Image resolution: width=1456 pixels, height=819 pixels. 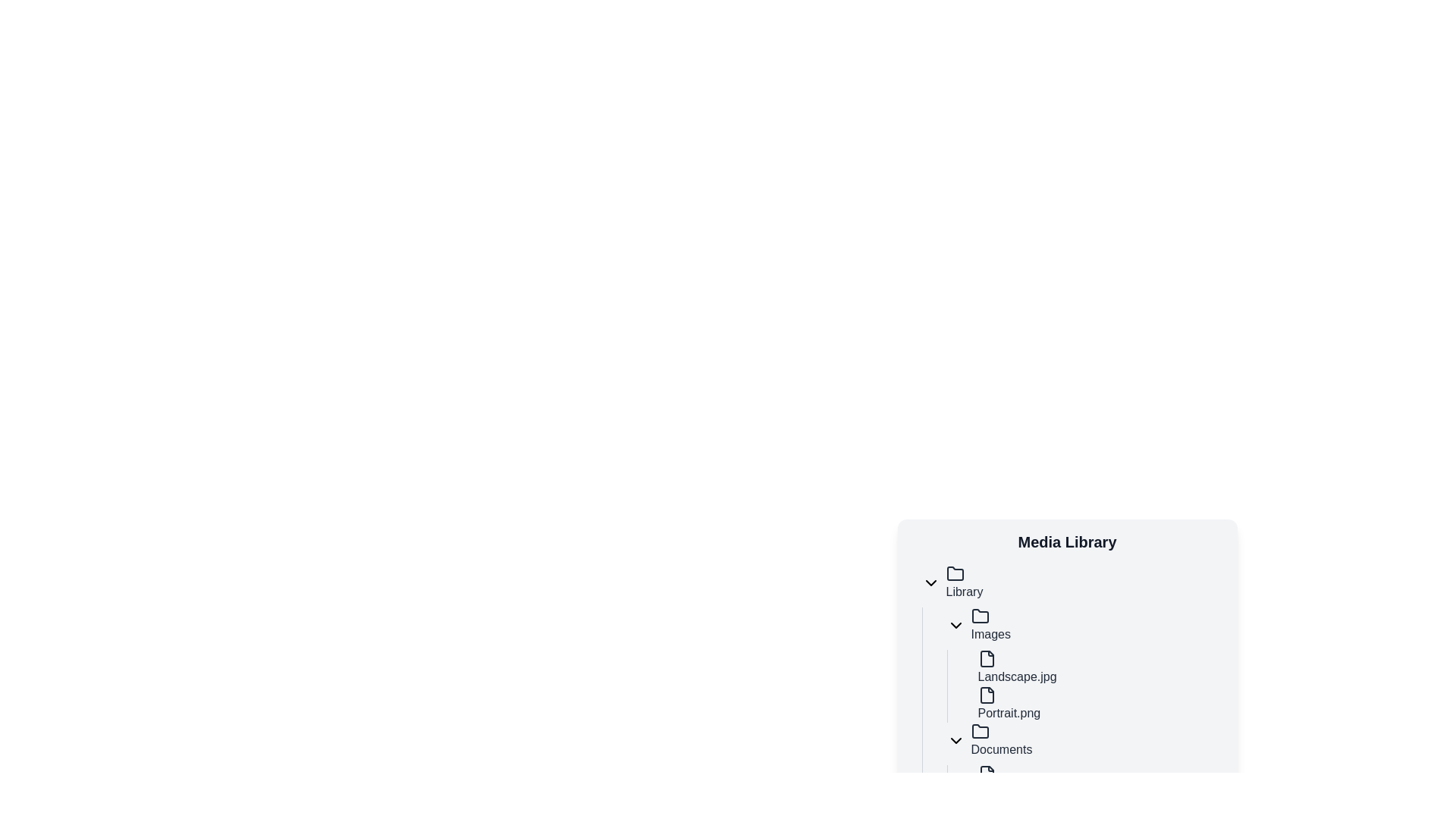 I want to click on the small folder icon representing the 'Images' folder in the media library navigation view, so click(x=980, y=617).